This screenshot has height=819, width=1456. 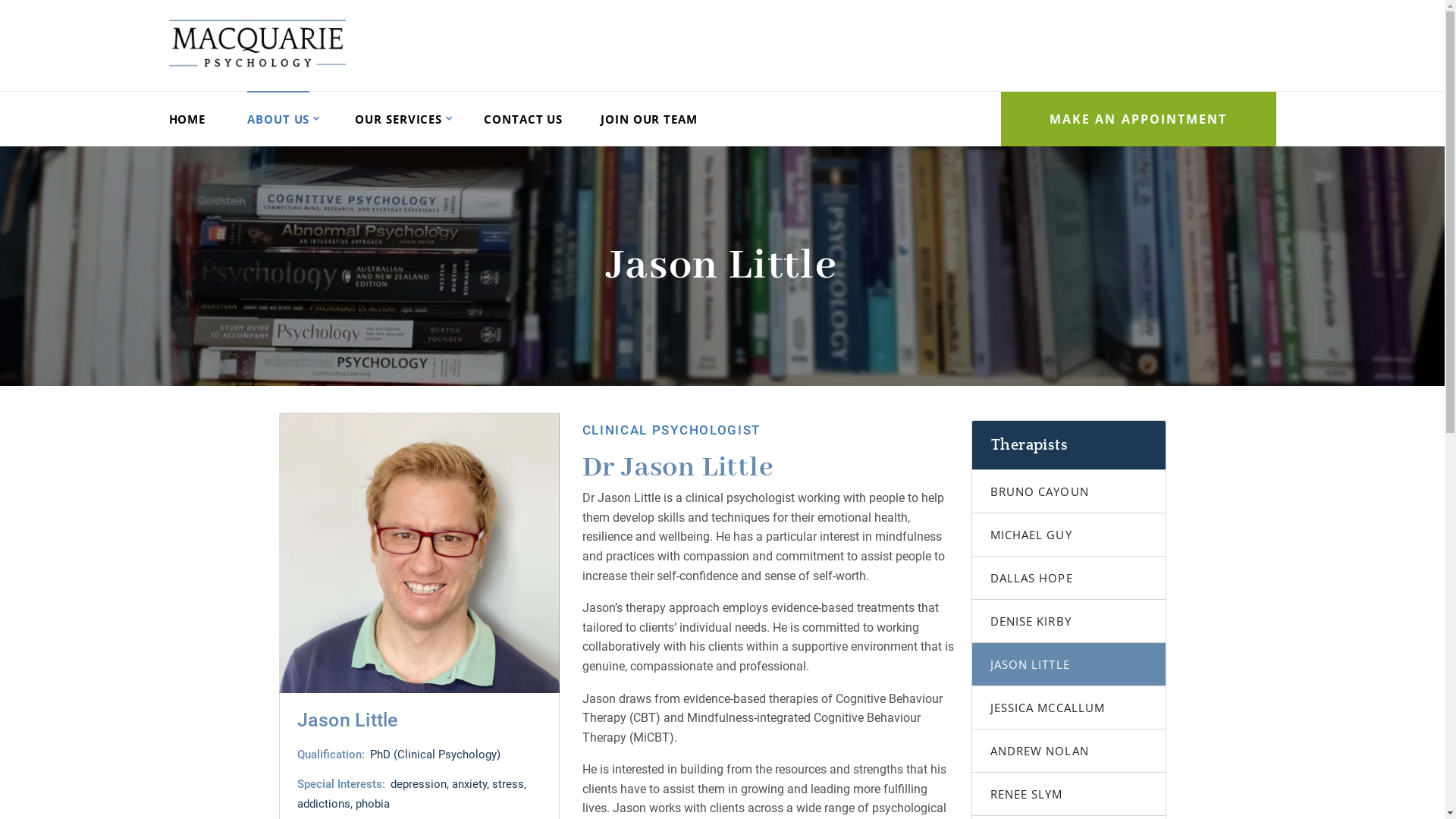 I want to click on 'RENEE SLYM', so click(x=1068, y=793).